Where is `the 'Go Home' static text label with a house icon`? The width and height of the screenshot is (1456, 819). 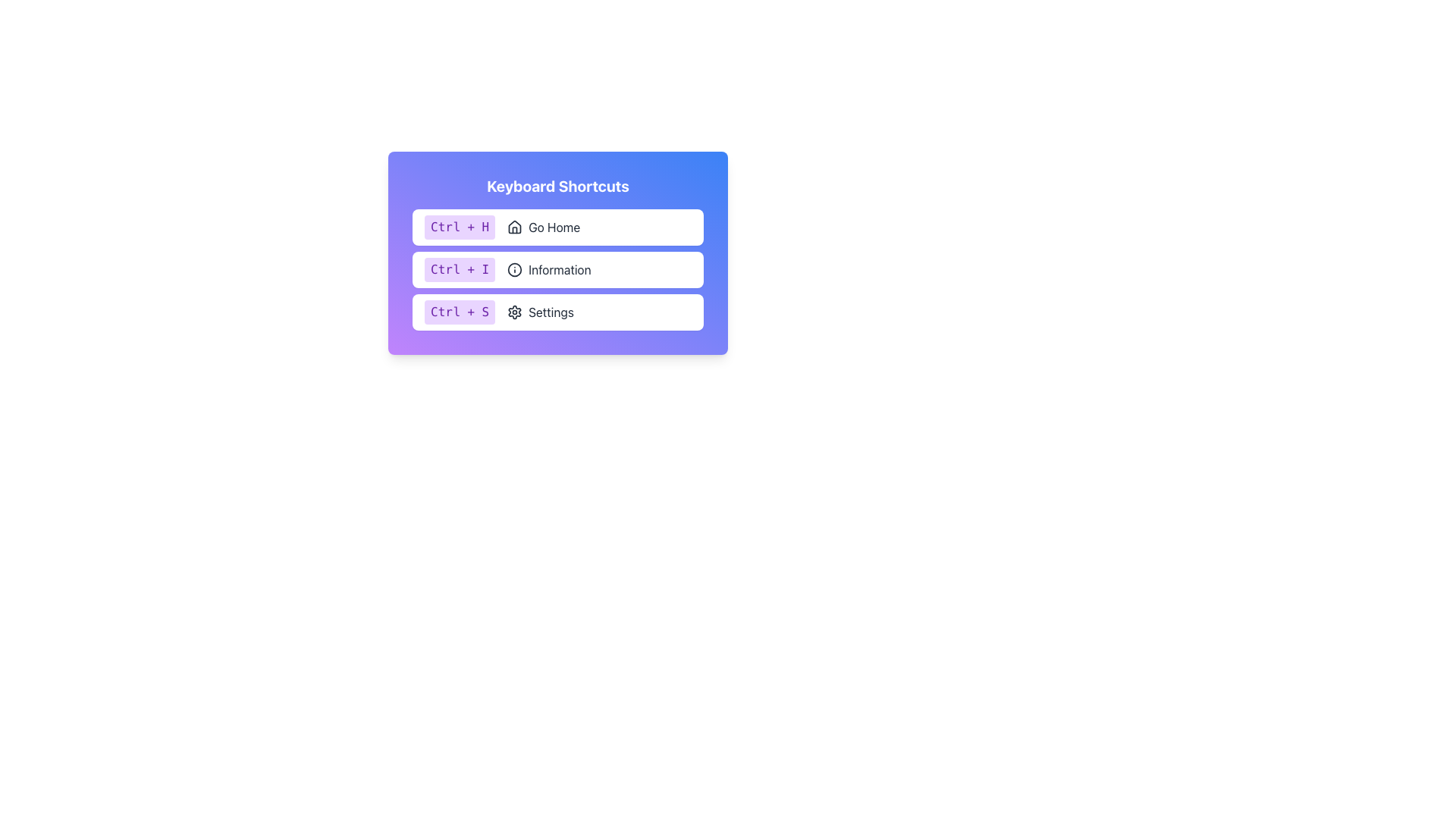 the 'Go Home' static text label with a house icon is located at coordinates (544, 227).